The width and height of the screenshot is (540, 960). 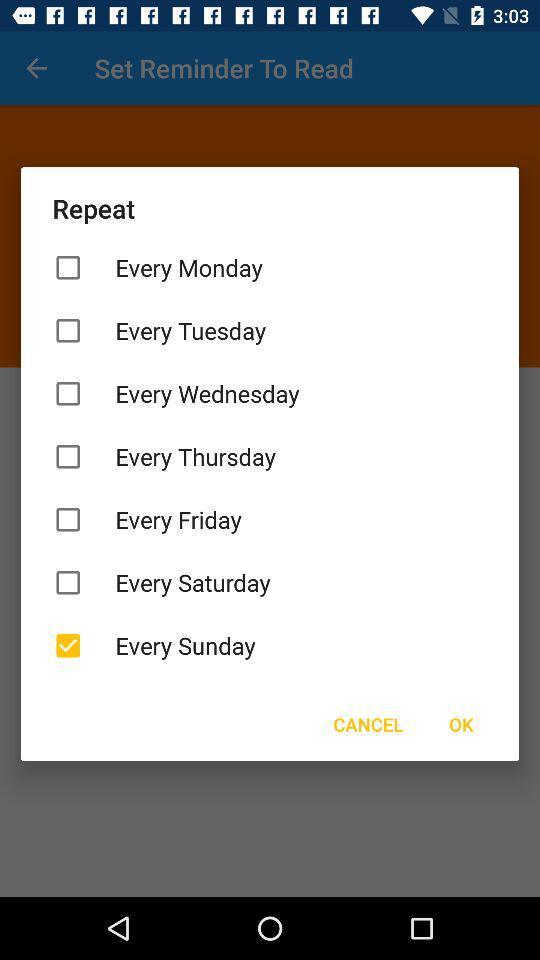 I want to click on the every thursday item, so click(x=270, y=456).